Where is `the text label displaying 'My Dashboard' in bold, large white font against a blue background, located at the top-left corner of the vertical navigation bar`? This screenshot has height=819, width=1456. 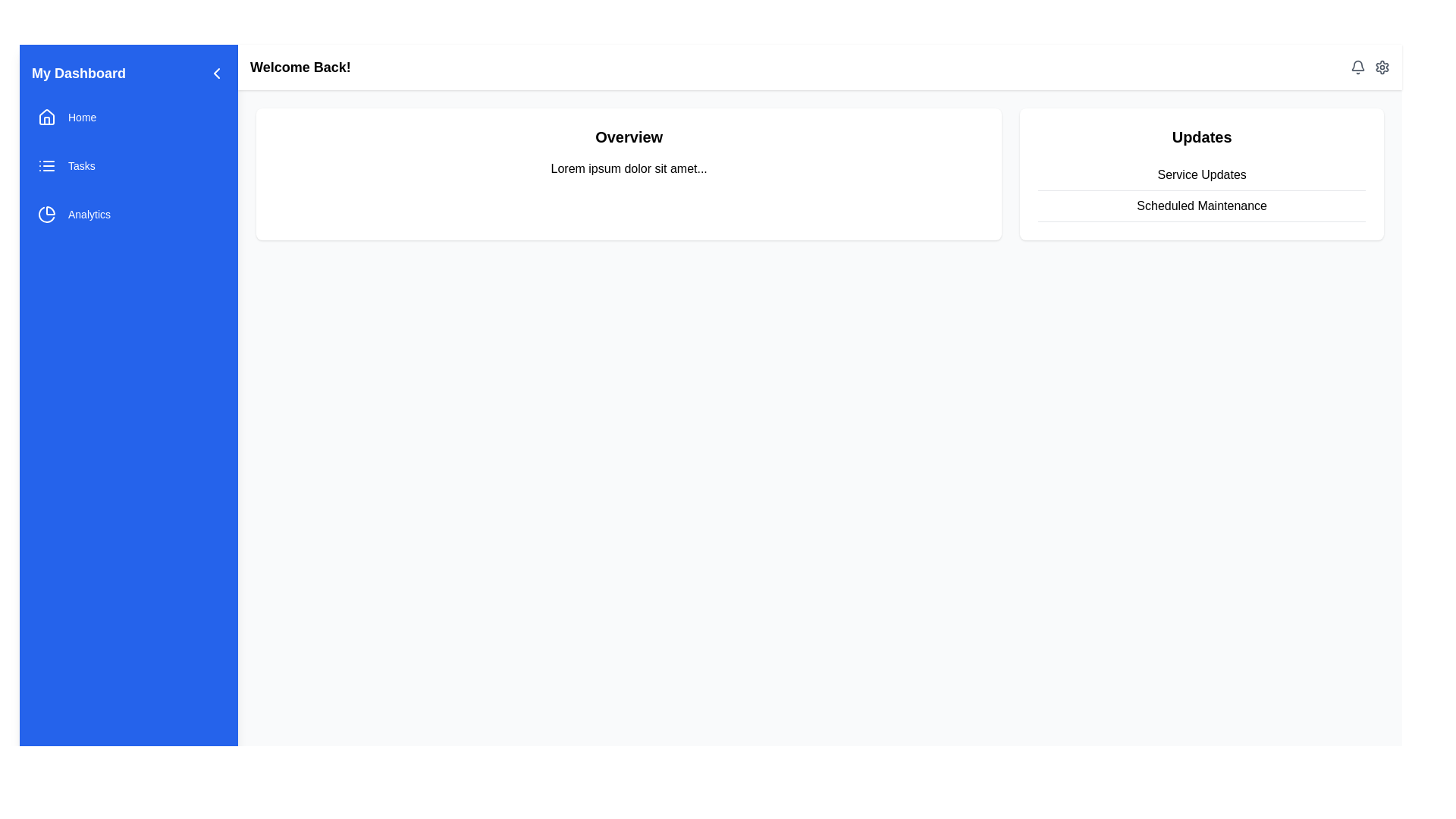
the text label displaying 'My Dashboard' in bold, large white font against a blue background, located at the top-left corner of the vertical navigation bar is located at coordinates (78, 73).